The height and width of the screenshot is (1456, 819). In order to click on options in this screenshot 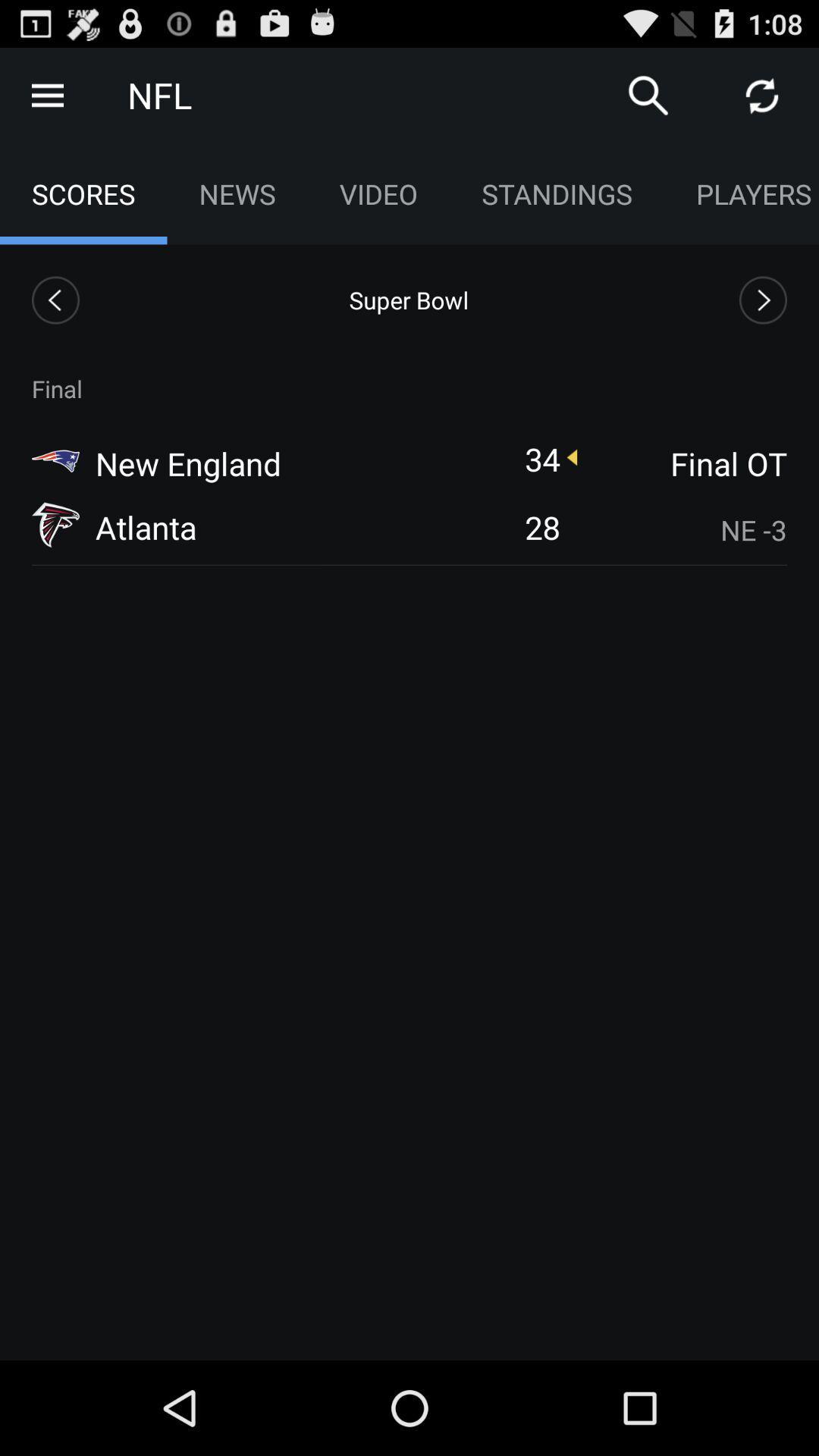, I will do `click(46, 94)`.